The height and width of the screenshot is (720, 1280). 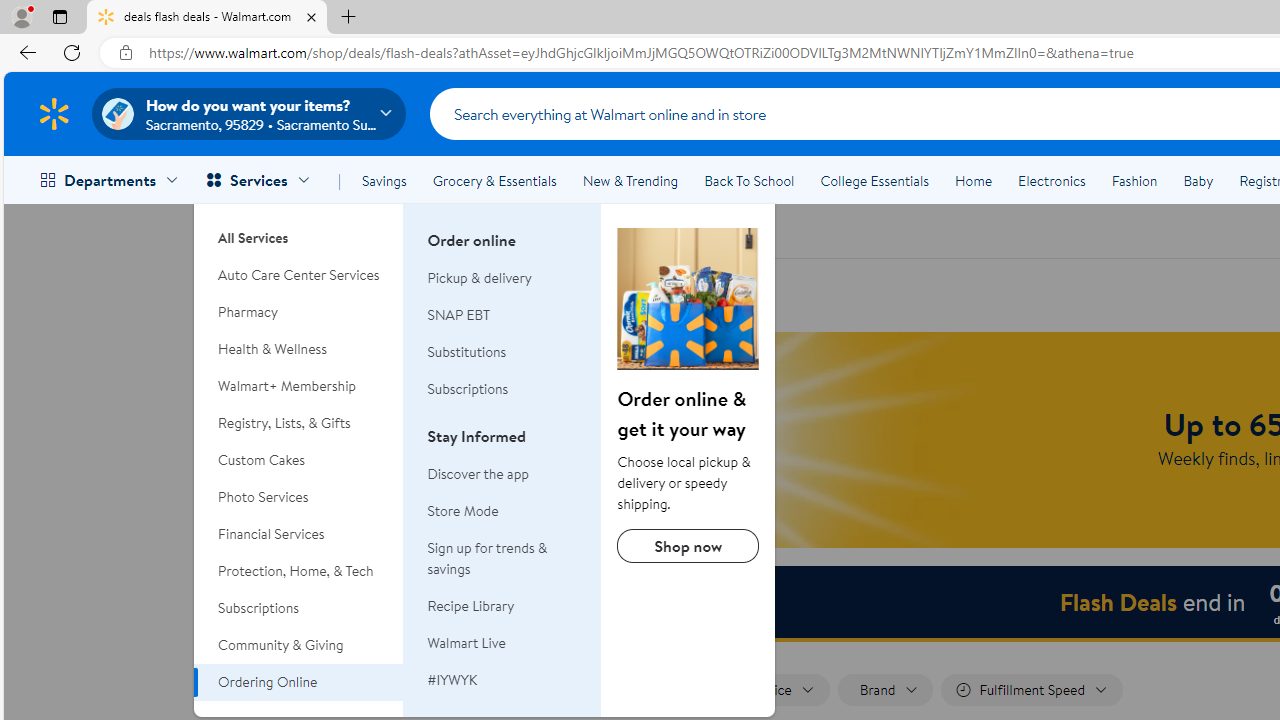 What do you see at coordinates (503, 474) in the screenshot?
I see `'Discover the app'` at bounding box center [503, 474].